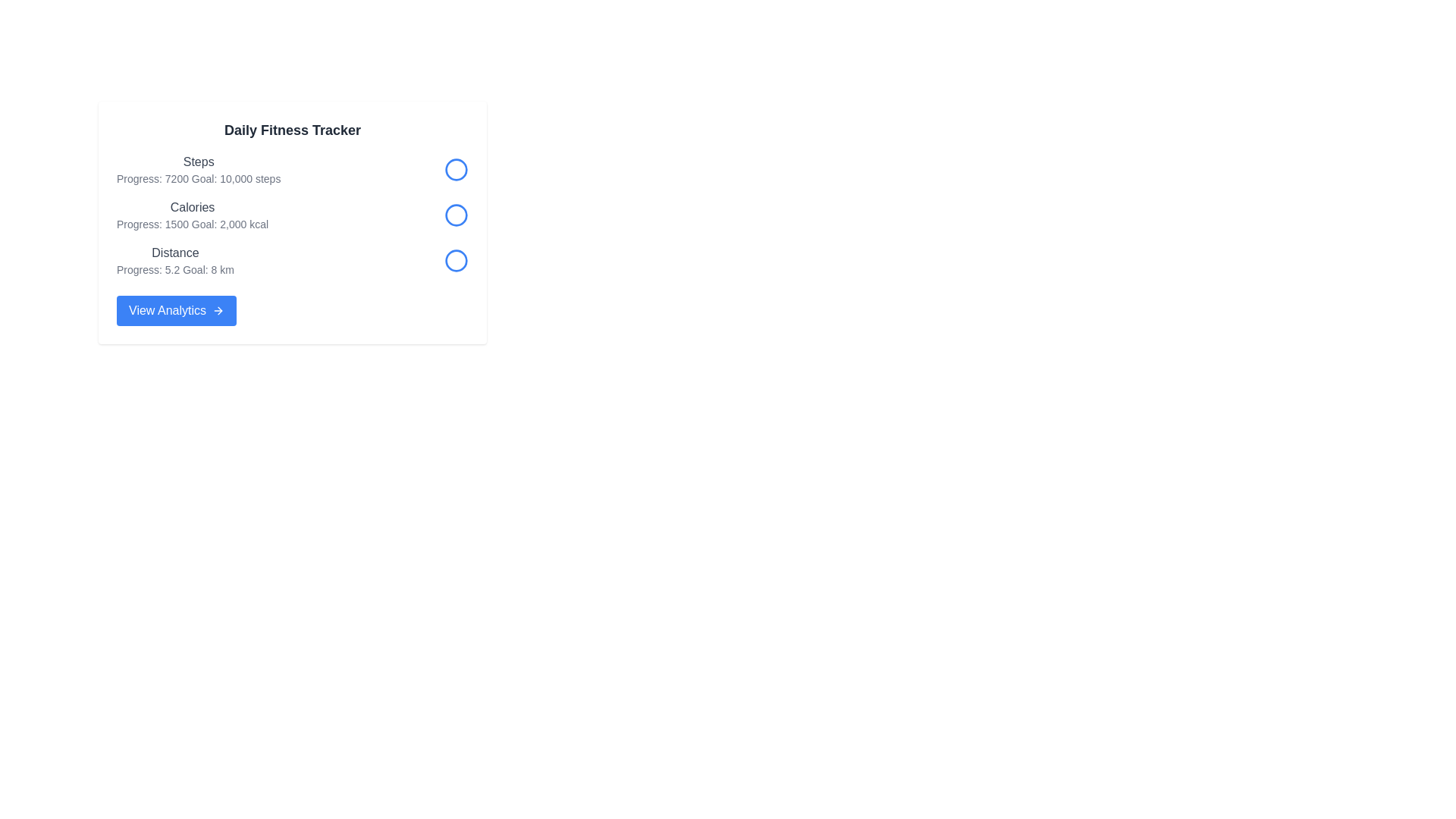 The height and width of the screenshot is (819, 1456). What do you see at coordinates (175, 259) in the screenshot?
I see `the informational text that shows the user's distance progress towards a goal in the 'Daily Fitness Tracker' panel, located below the 'Calories' section and above the 'View Analytics' button` at bounding box center [175, 259].